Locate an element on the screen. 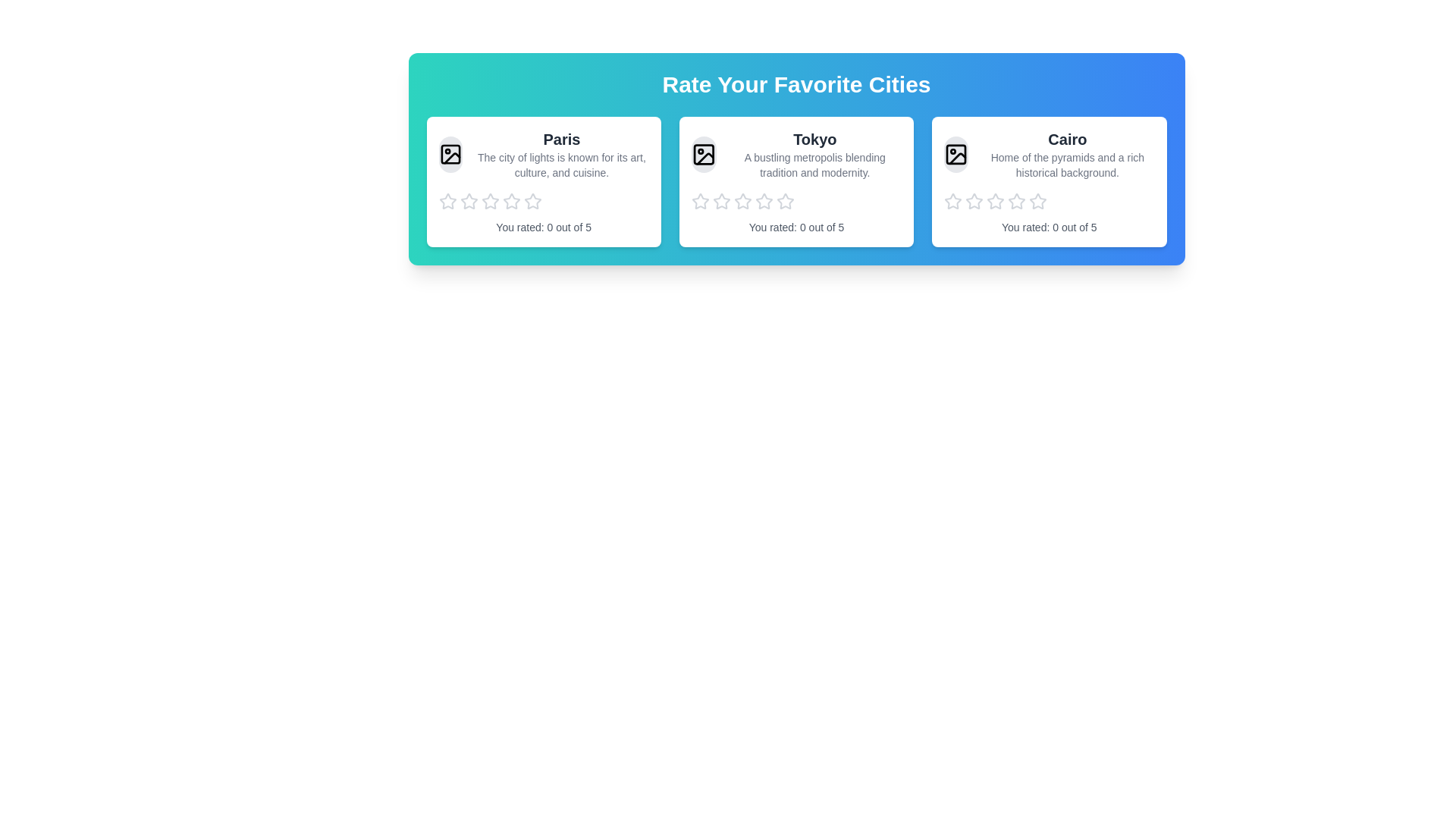 This screenshot has height=819, width=1456. the fourth star-shaped interactive icon in the 'Cairo' panel is located at coordinates (1037, 200).